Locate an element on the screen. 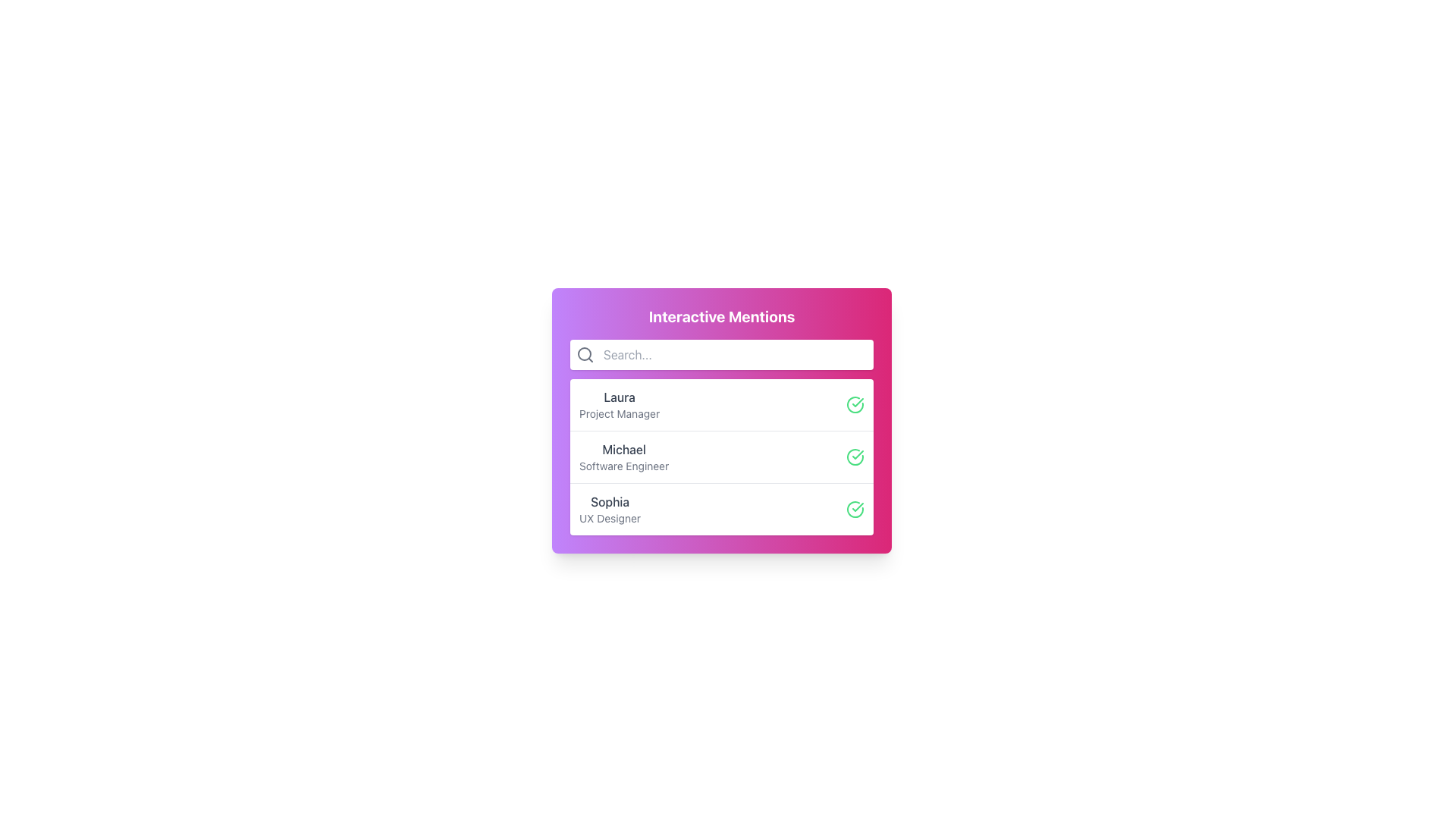 The image size is (1456, 819). text from the composite text display element showing 'Laura' as the title and 'Project Manager' as the subtitle, located at the top of the list under the search bar is located at coordinates (620, 403).